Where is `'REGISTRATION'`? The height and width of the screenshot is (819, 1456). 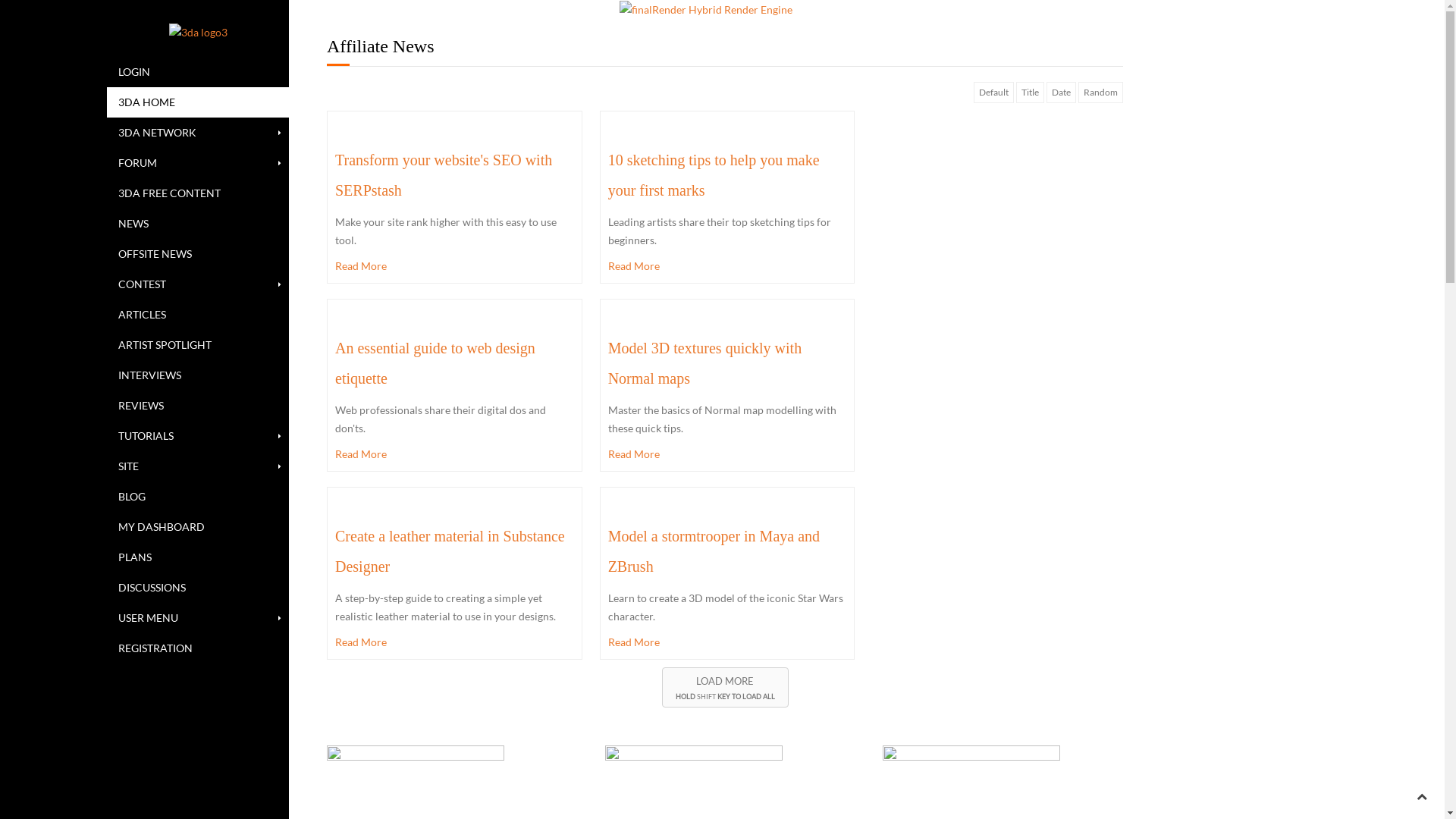
'REGISTRATION' is located at coordinates (196, 648).